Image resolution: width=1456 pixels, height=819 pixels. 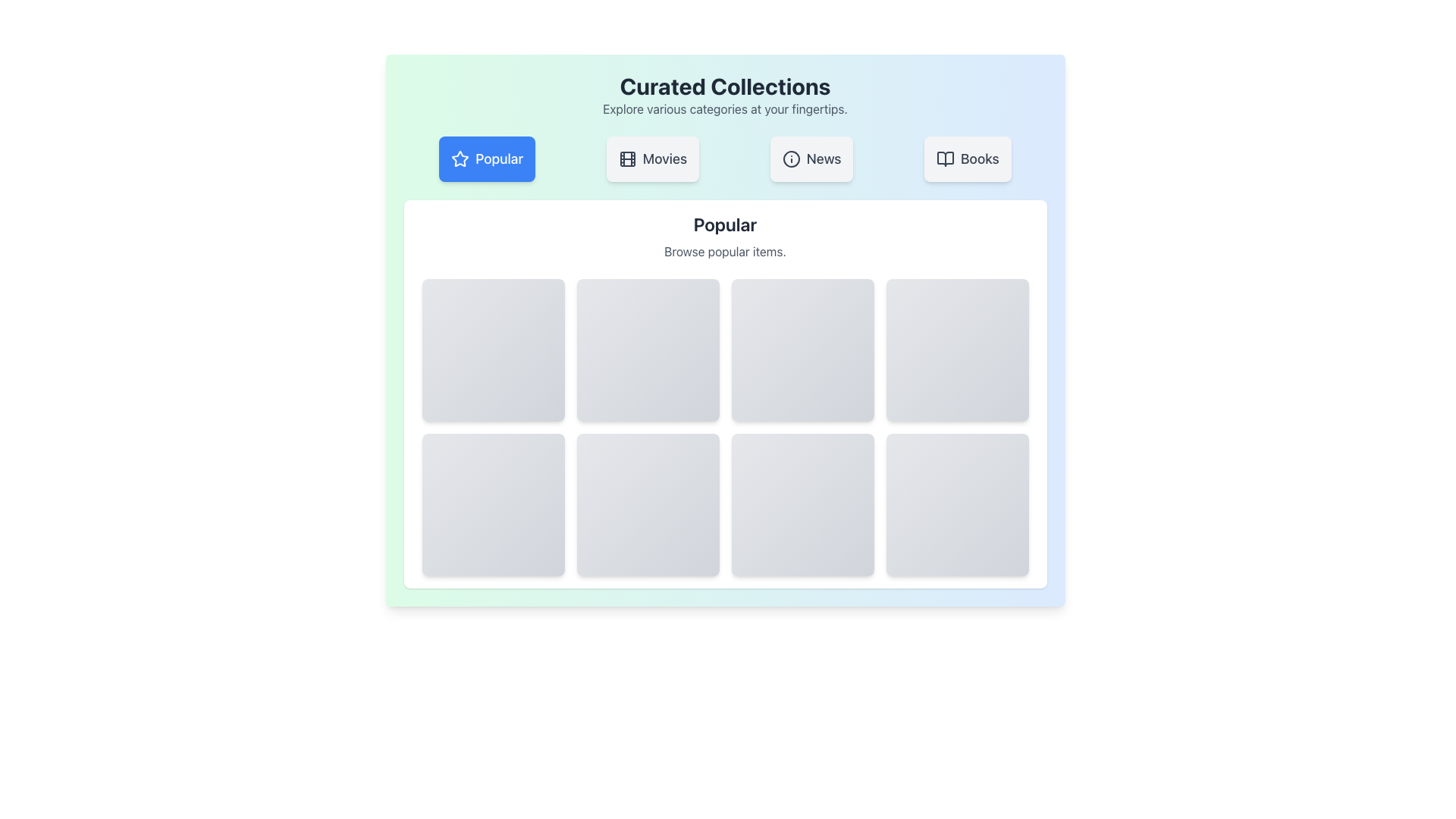 What do you see at coordinates (627, 158) in the screenshot?
I see `the graphical rectangle part of the SVG icon that symbolizes multimedia content, located near the 'Popular' button at the top of the page` at bounding box center [627, 158].